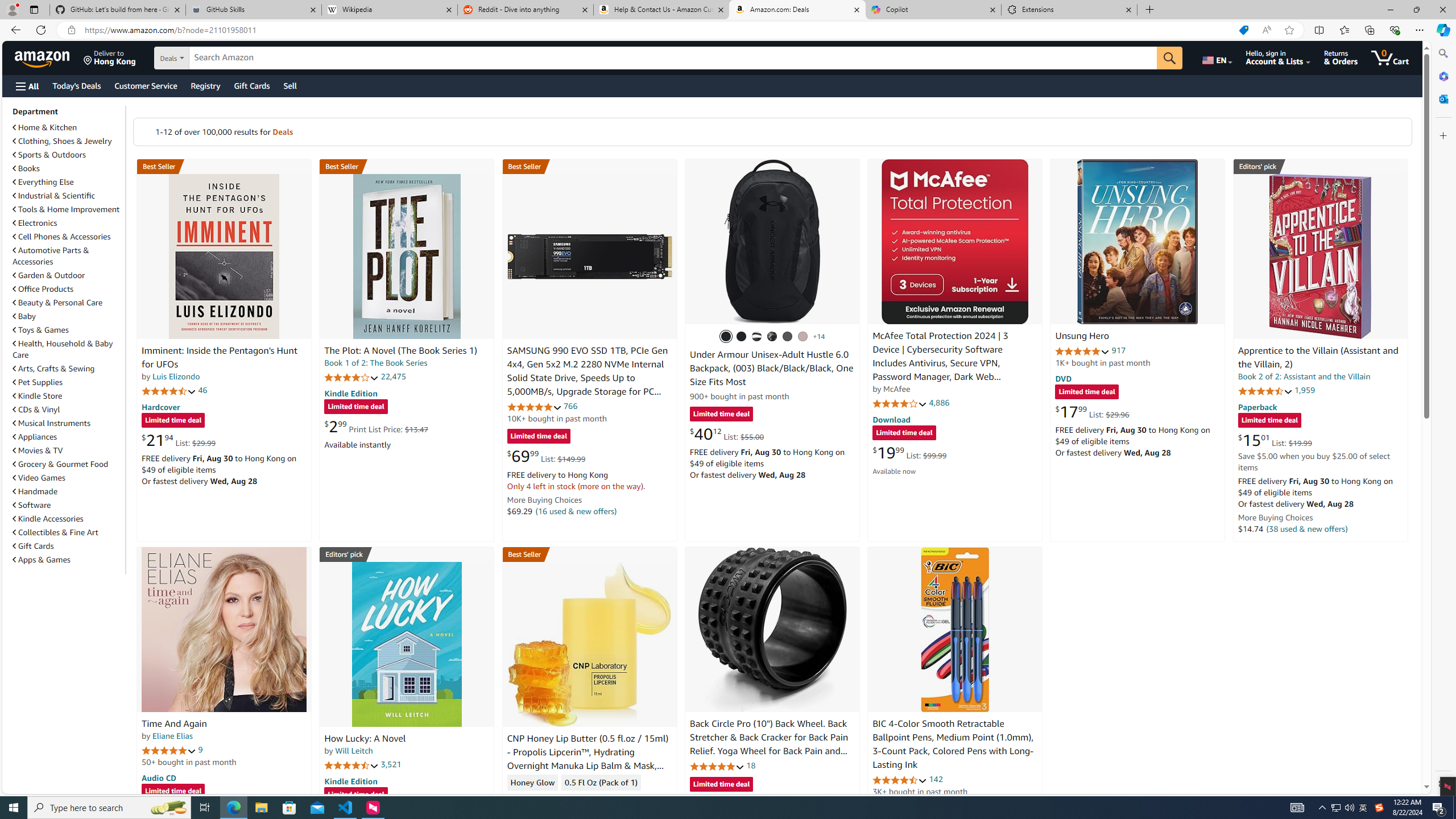  What do you see at coordinates (158, 777) in the screenshot?
I see `'Audio CD'` at bounding box center [158, 777].